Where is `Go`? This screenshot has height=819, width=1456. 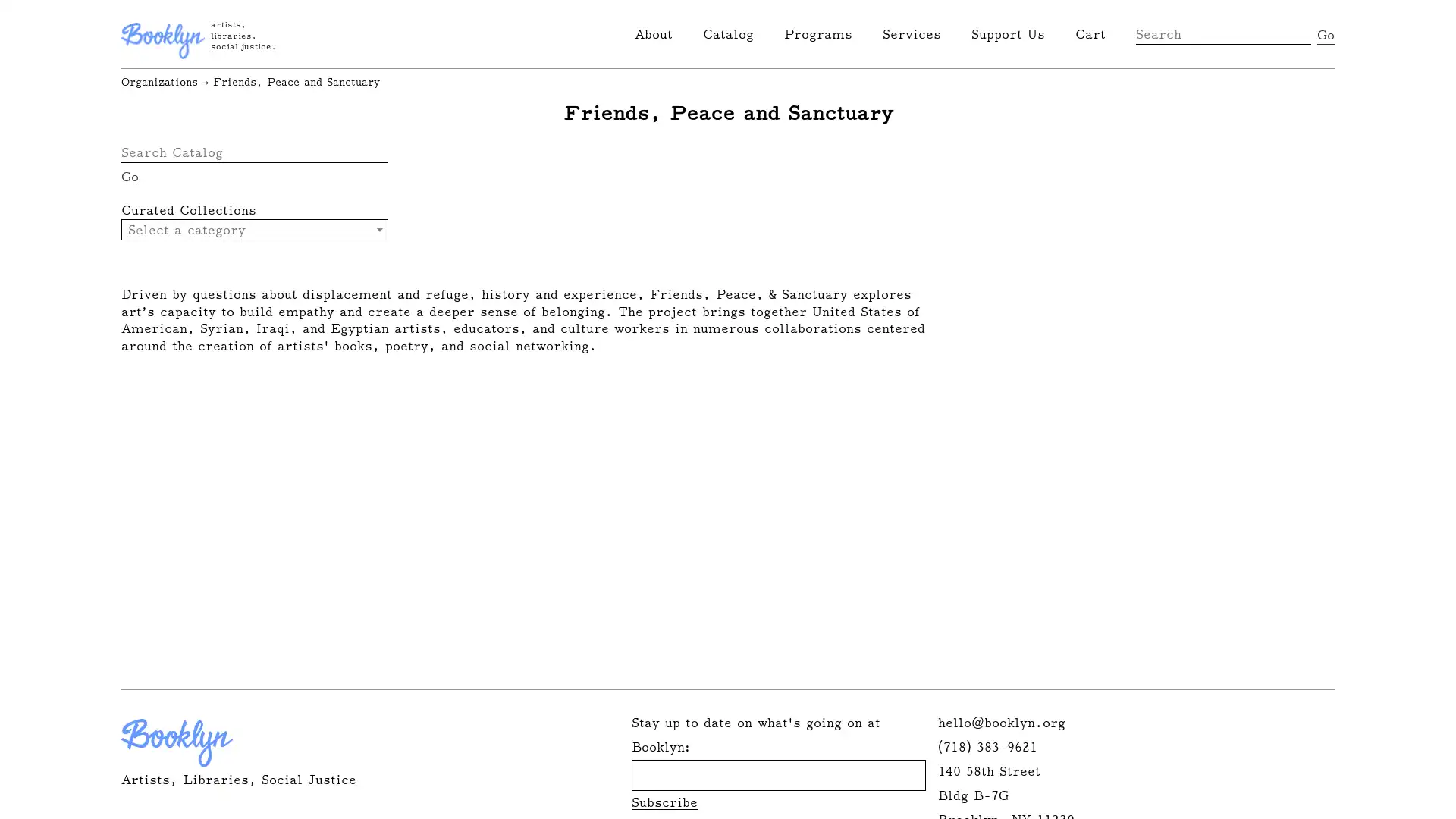
Go is located at coordinates (130, 176).